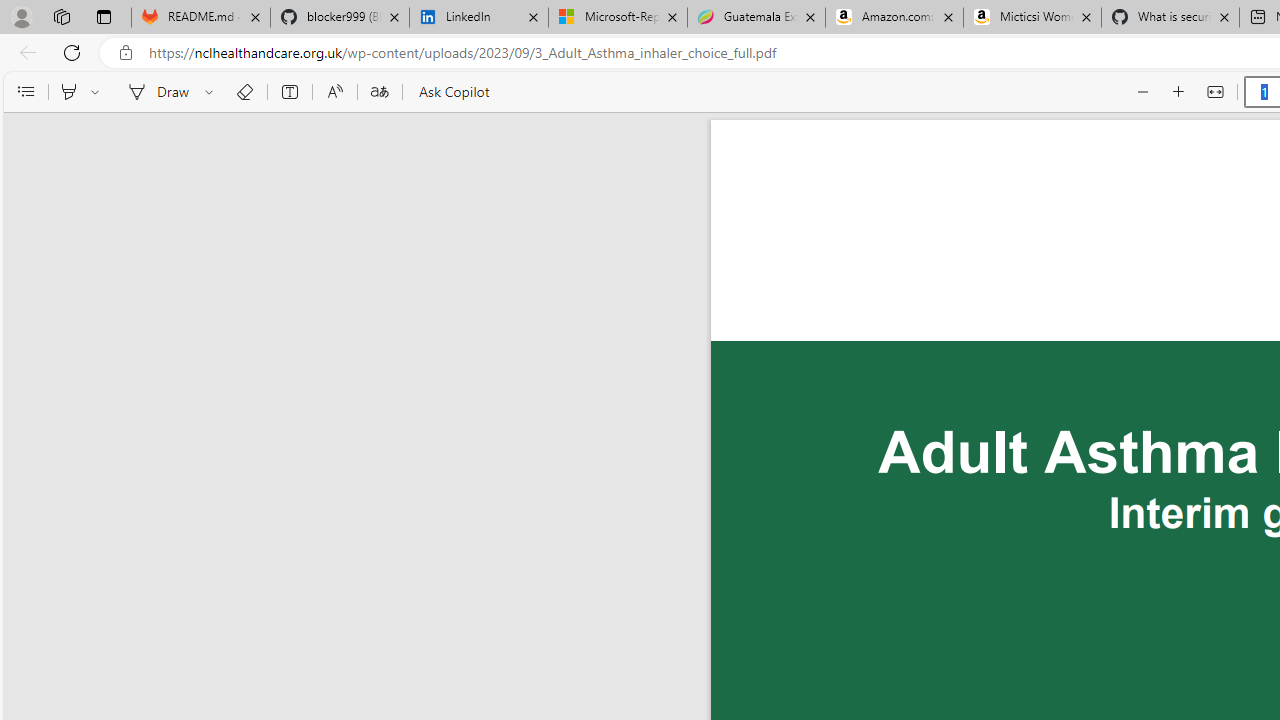  I want to click on 'Erase', so click(243, 92).